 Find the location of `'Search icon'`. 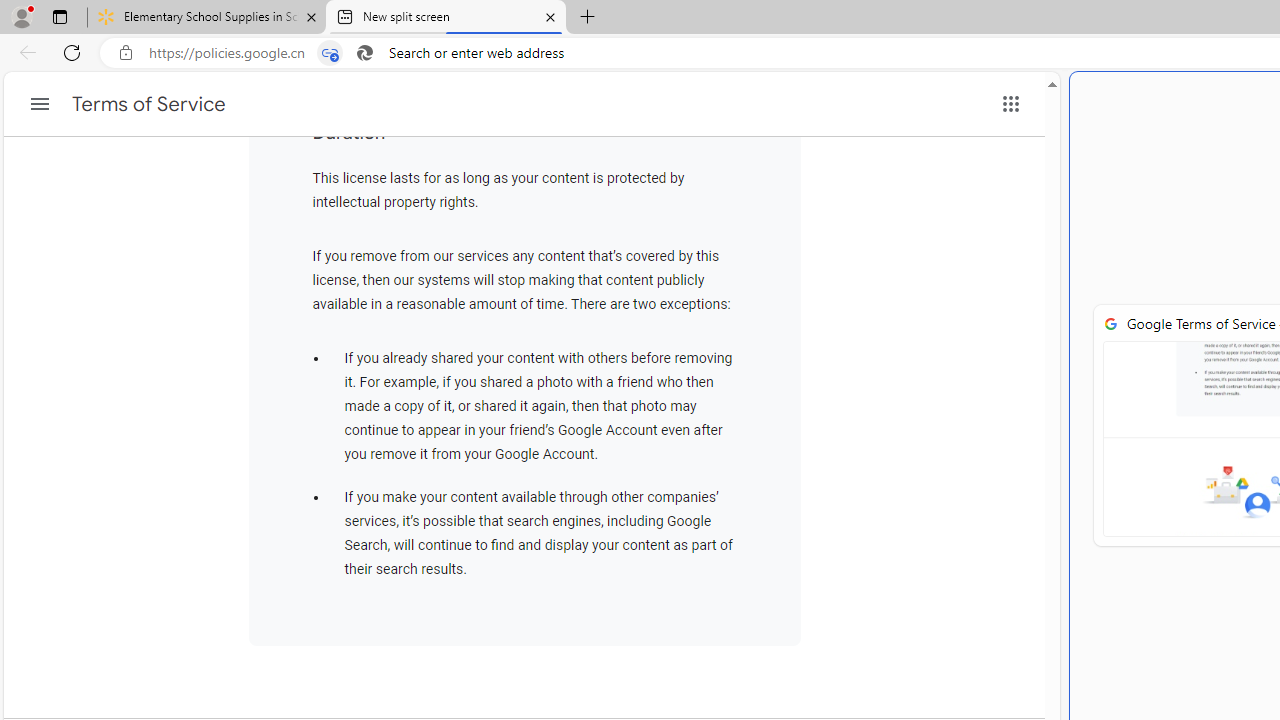

'Search icon' is located at coordinates (365, 52).